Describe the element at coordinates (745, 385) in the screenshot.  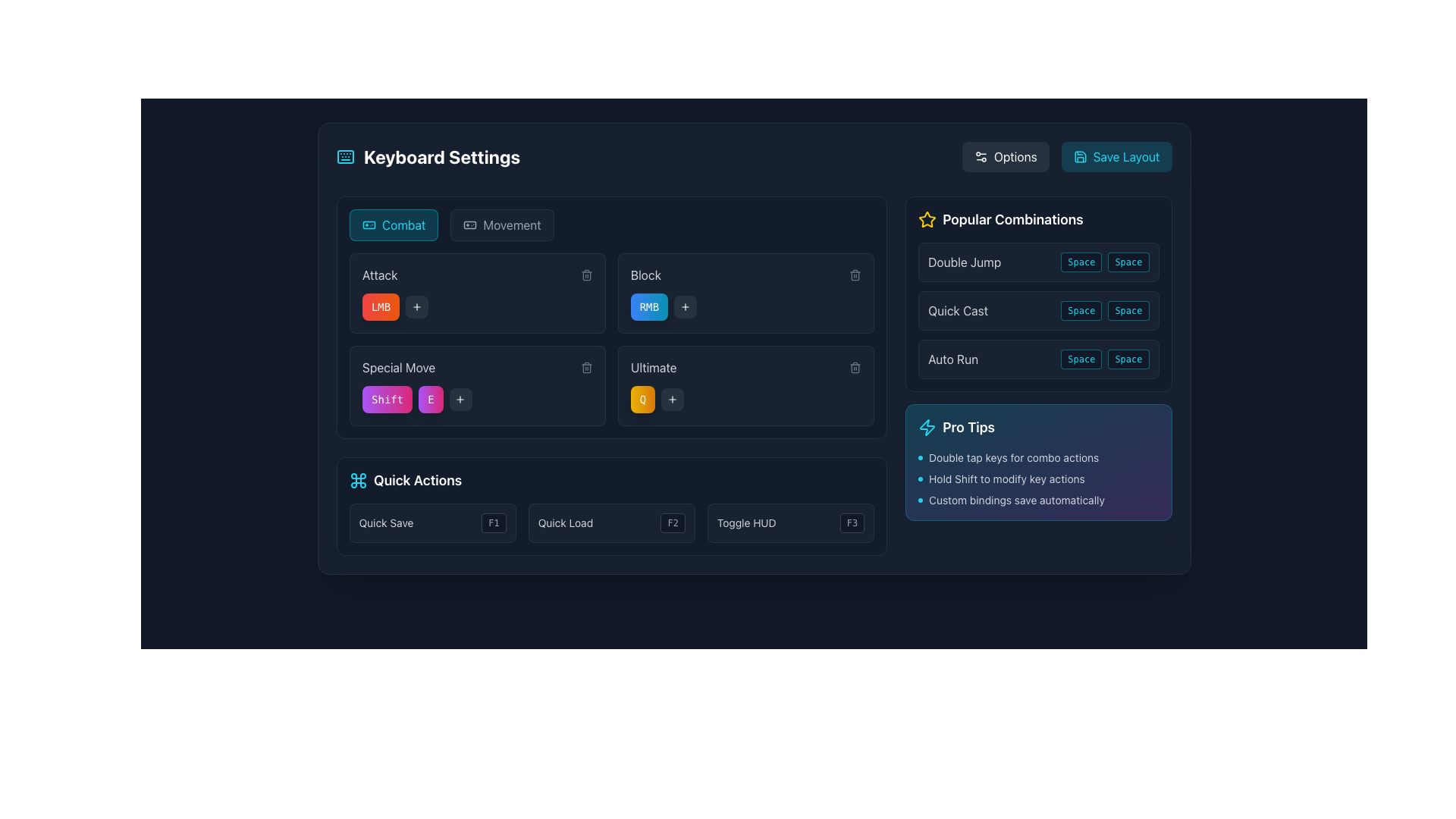
I see `the 'Ultimate' panel with a dark gray background and rounded corners` at that location.